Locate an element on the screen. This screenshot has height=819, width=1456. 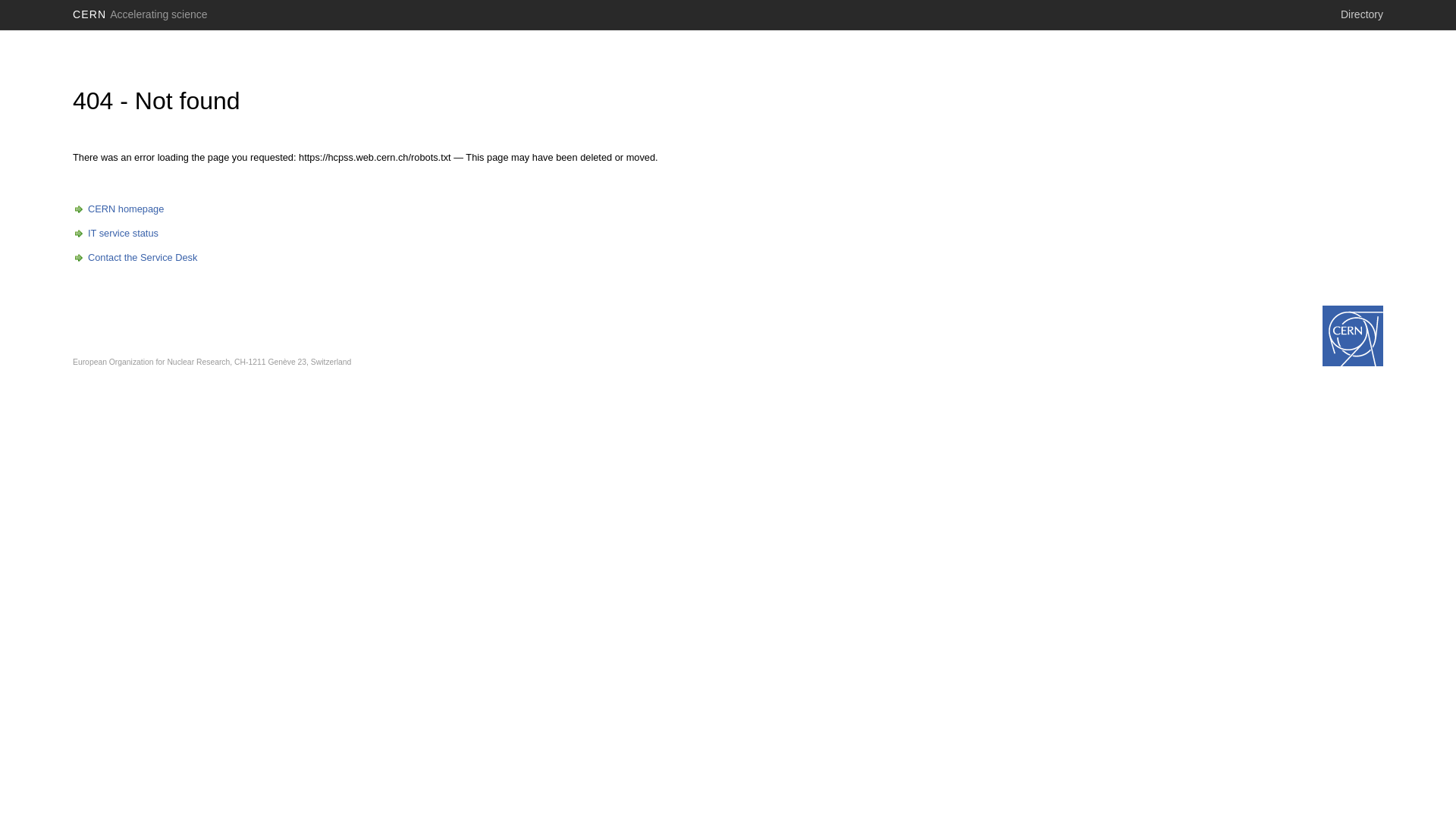
'Contact the Service Desk' is located at coordinates (134, 256).